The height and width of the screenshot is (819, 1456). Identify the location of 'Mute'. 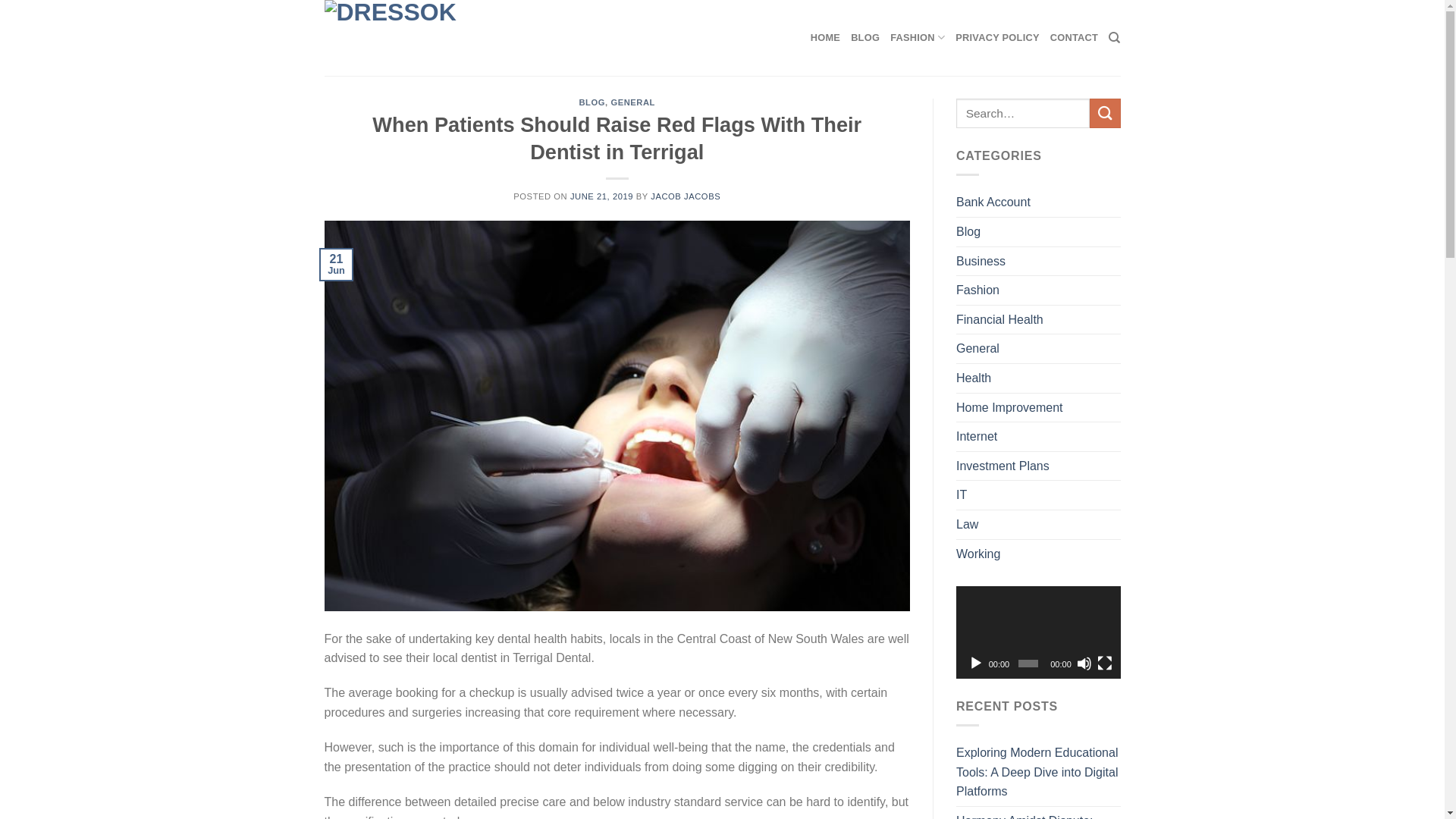
(1076, 663).